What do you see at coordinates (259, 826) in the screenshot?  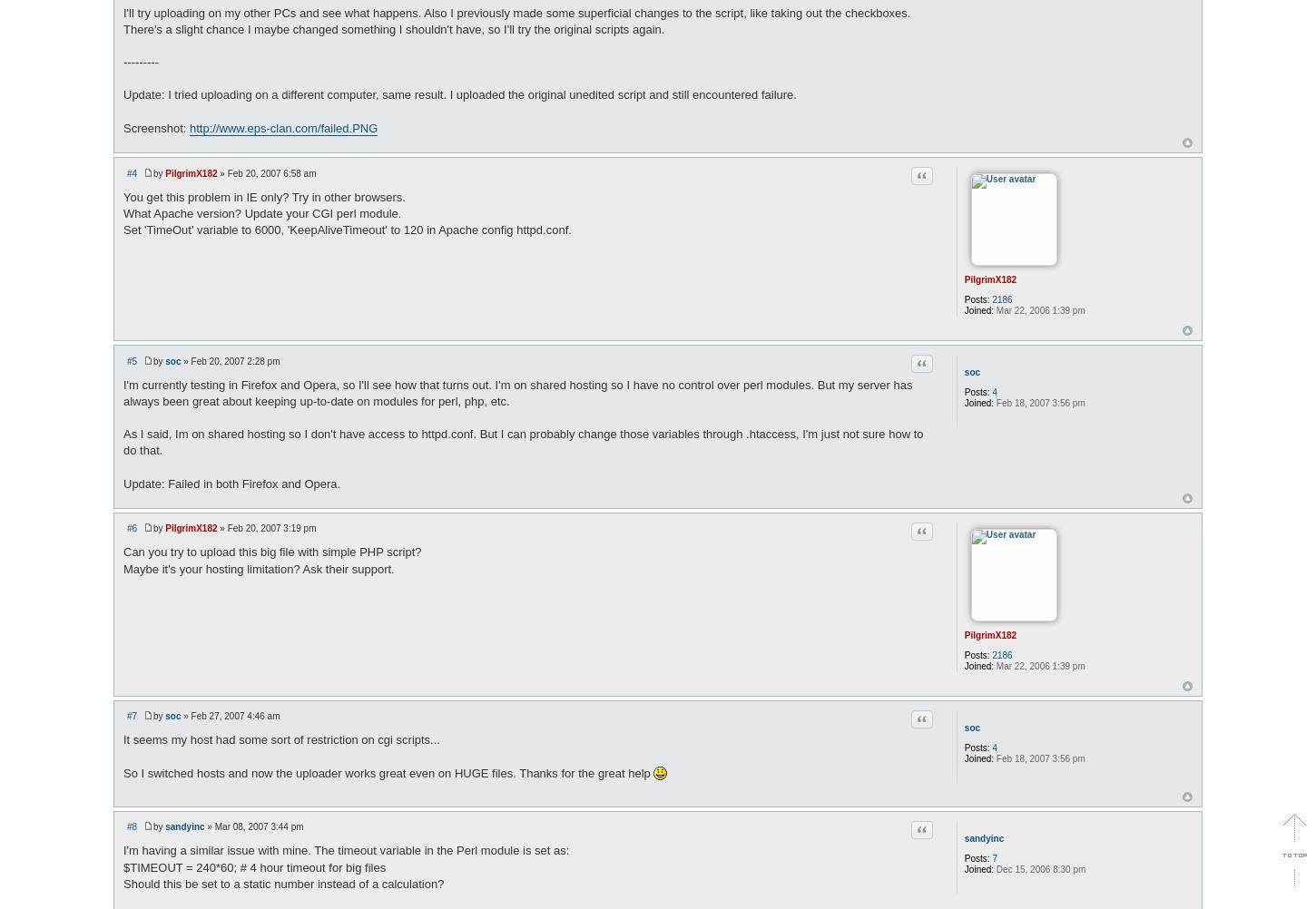 I see `'Mar 08, 2007 3:44 pm'` at bounding box center [259, 826].